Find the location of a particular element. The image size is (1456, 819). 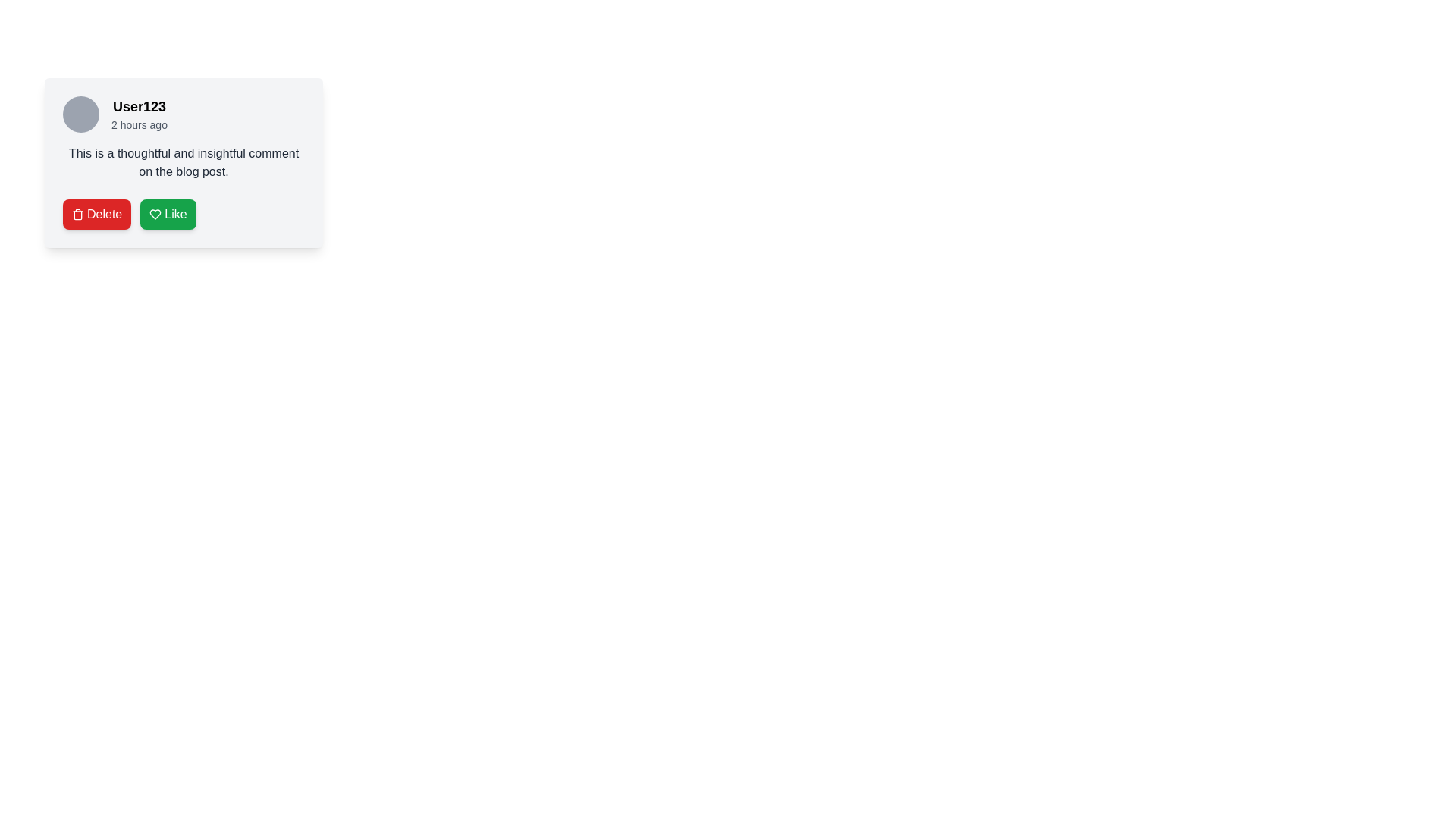

the 'Like' button, which has a green background, rounded corners, and white text, positioned next to the 'Delete' button is located at coordinates (168, 214).